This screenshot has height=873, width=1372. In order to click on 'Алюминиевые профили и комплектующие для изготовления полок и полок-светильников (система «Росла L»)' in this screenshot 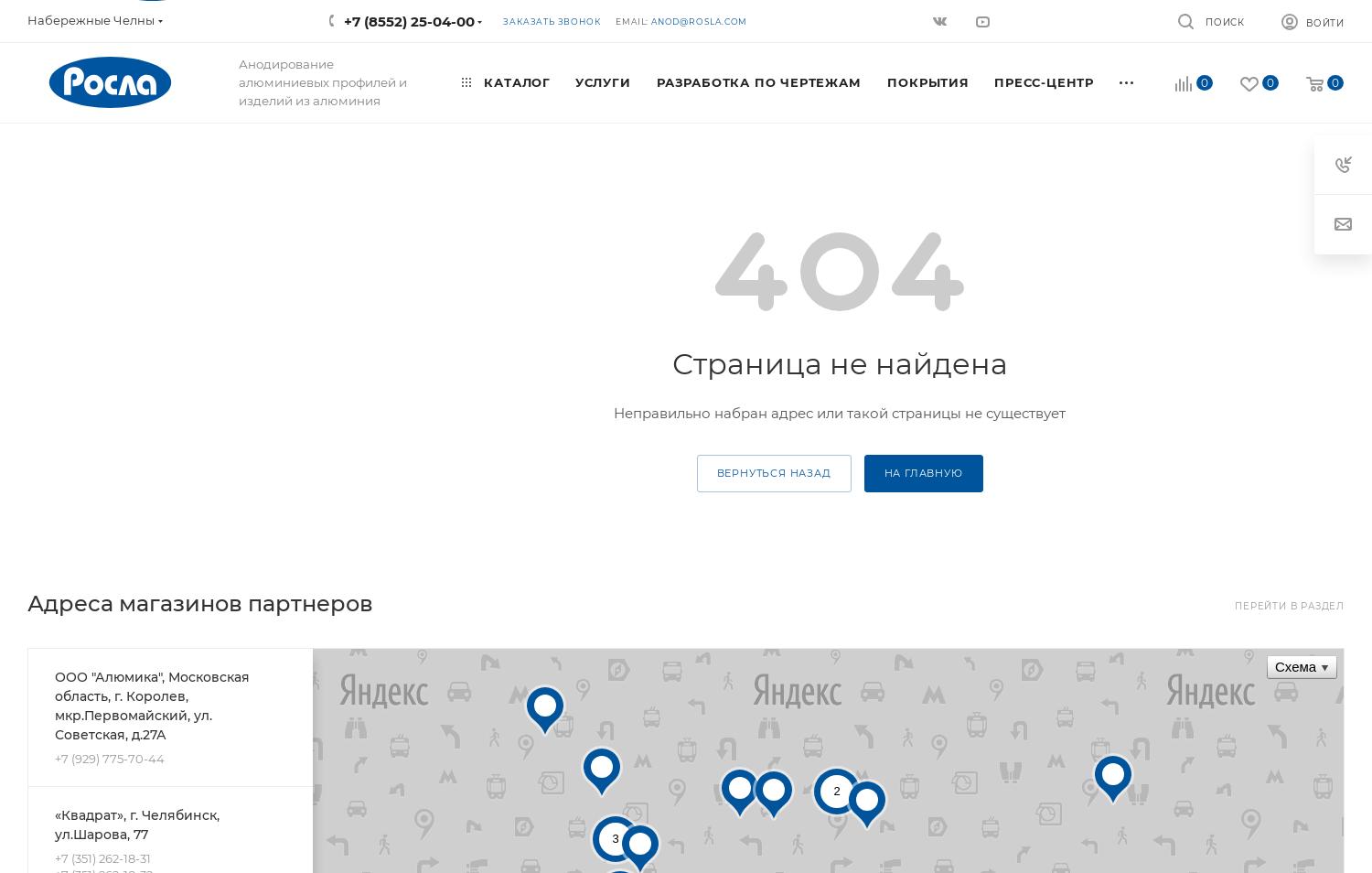, I will do `click(695, 436)`.